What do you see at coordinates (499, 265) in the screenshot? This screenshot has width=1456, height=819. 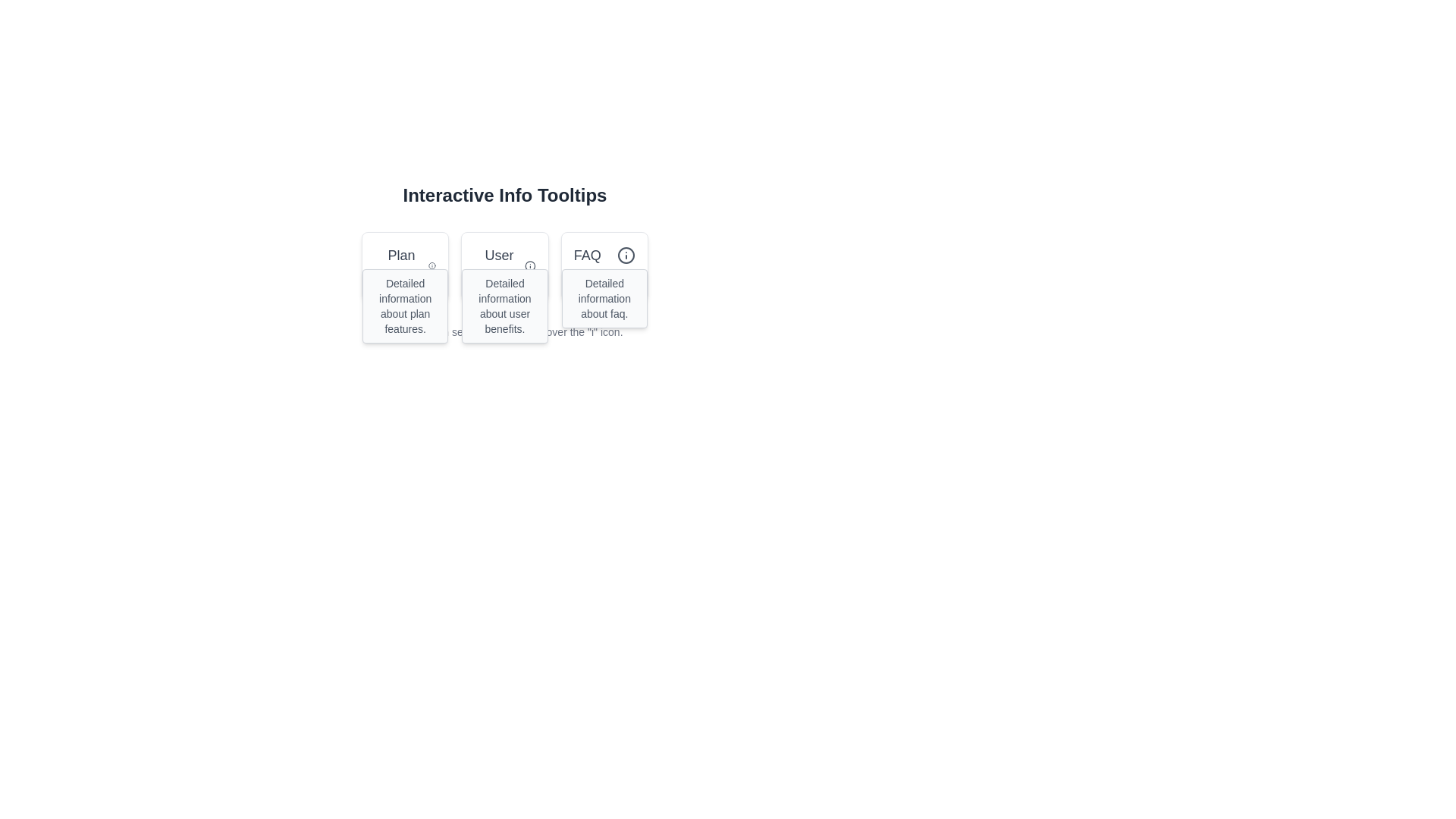 I see `the 'User Benefits' text label, which is centered at the top of the second card in a horizontal set of three cards, located above a descriptive text and to the left of an informational icon` at bounding box center [499, 265].